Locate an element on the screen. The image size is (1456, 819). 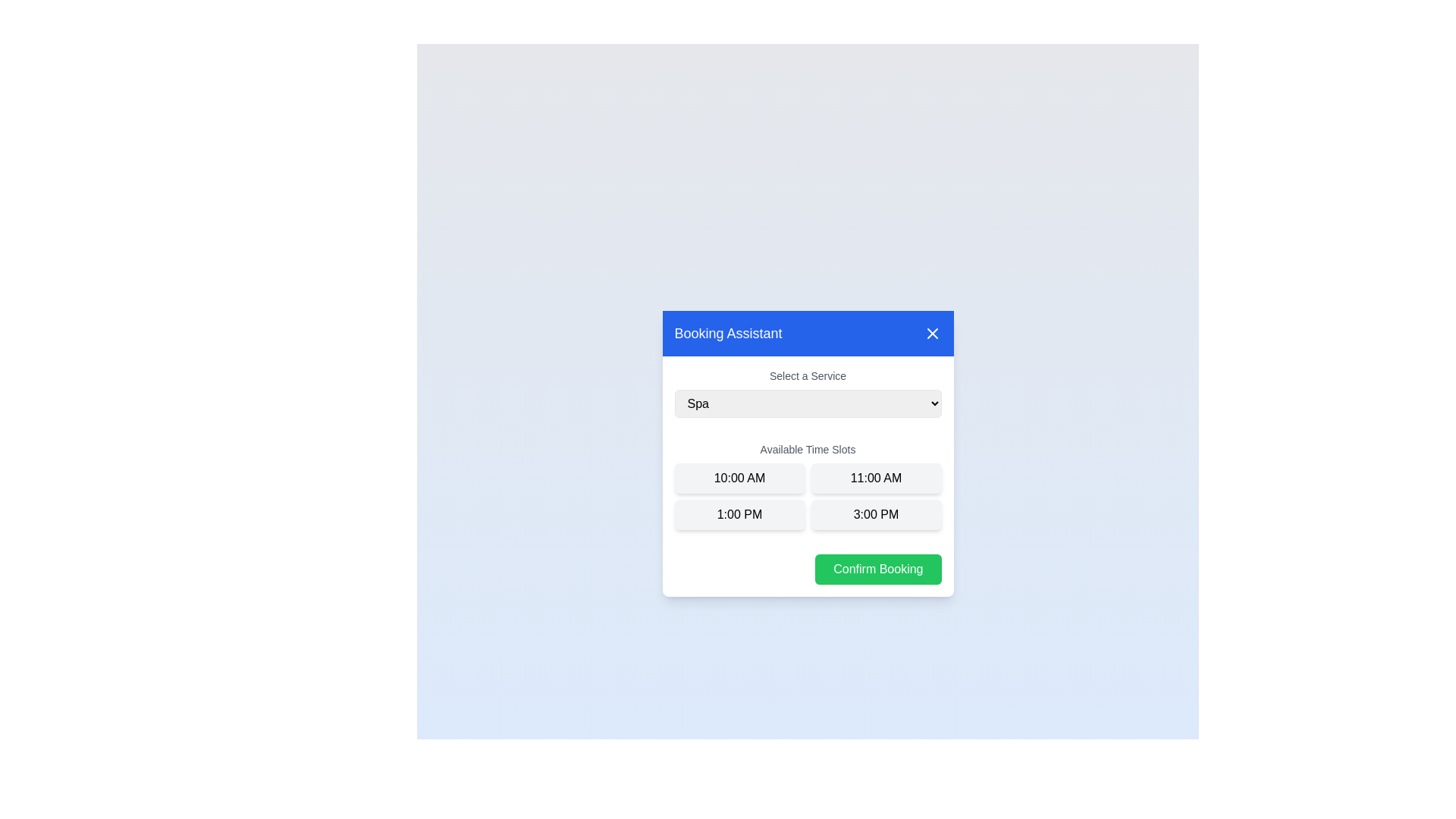
the time slot 3:00 PM by clicking on its button is located at coordinates (876, 513).